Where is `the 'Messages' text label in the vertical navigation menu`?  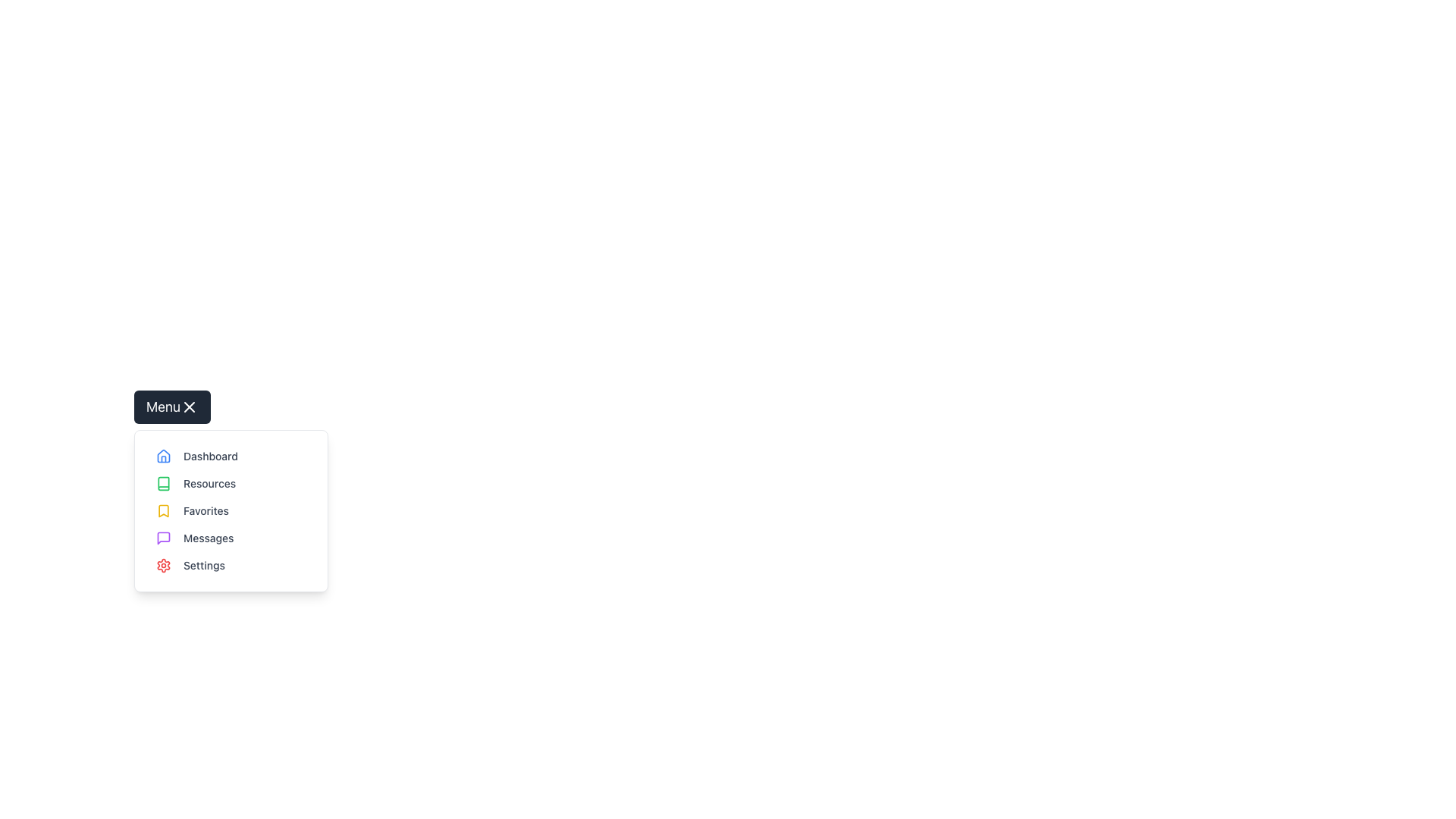
the 'Messages' text label in the vertical navigation menu is located at coordinates (208, 537).